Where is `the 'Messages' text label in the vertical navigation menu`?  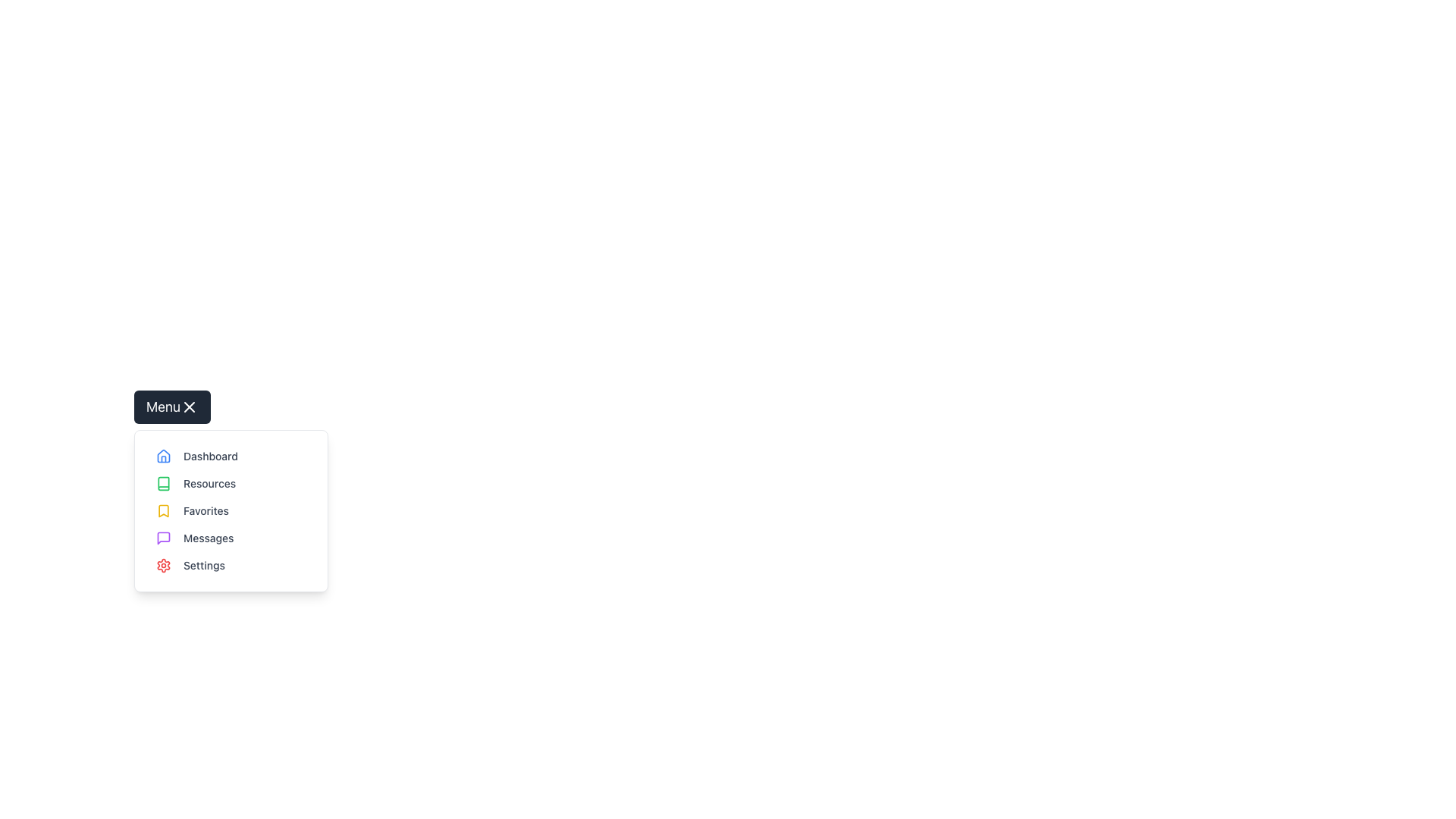
the 'Messages' text label in the vertical navigation menu is located at coordinates (208, 537).